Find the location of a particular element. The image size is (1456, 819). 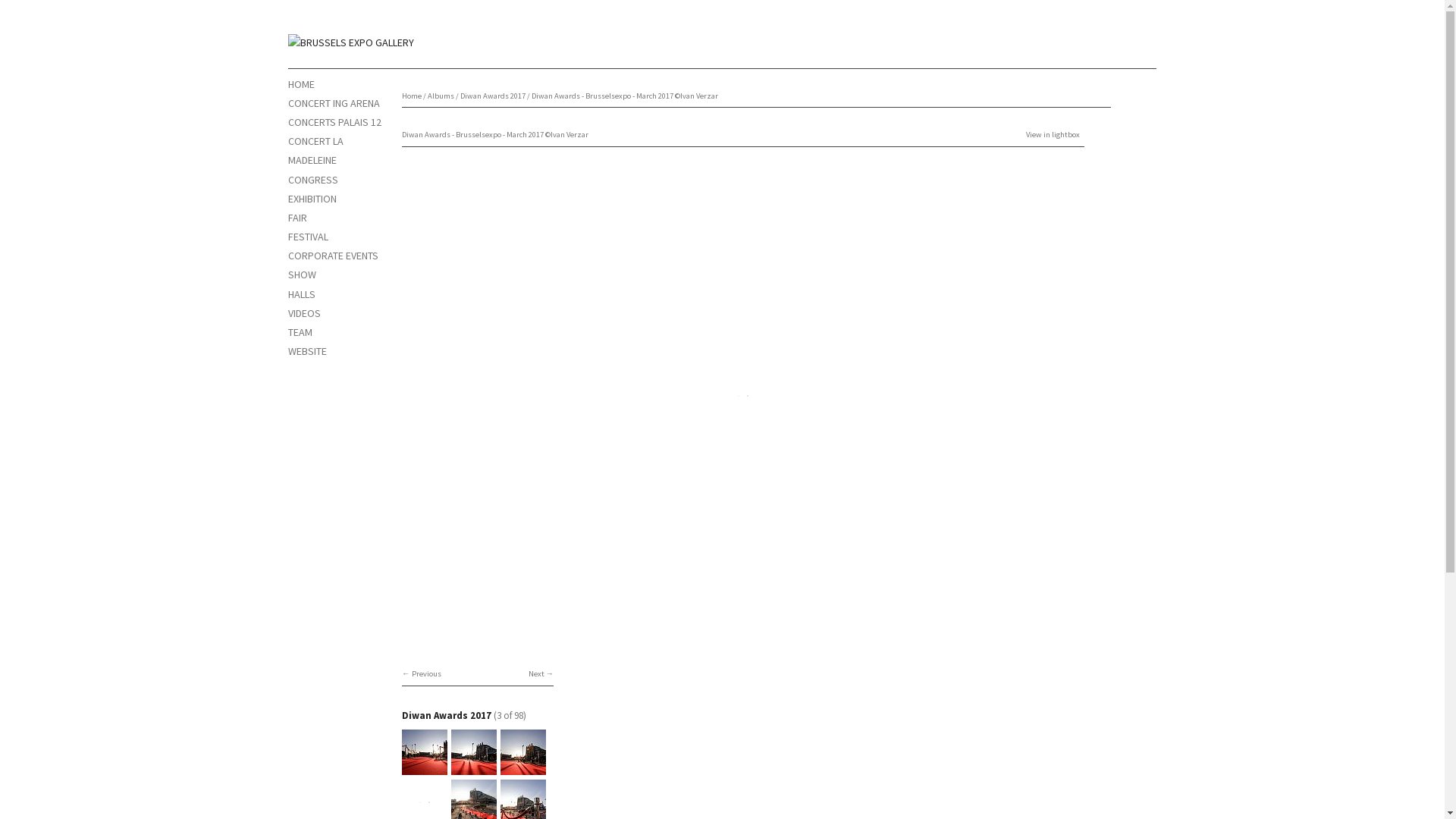

'EXHIBITION' is located at coordinates (287, 198).